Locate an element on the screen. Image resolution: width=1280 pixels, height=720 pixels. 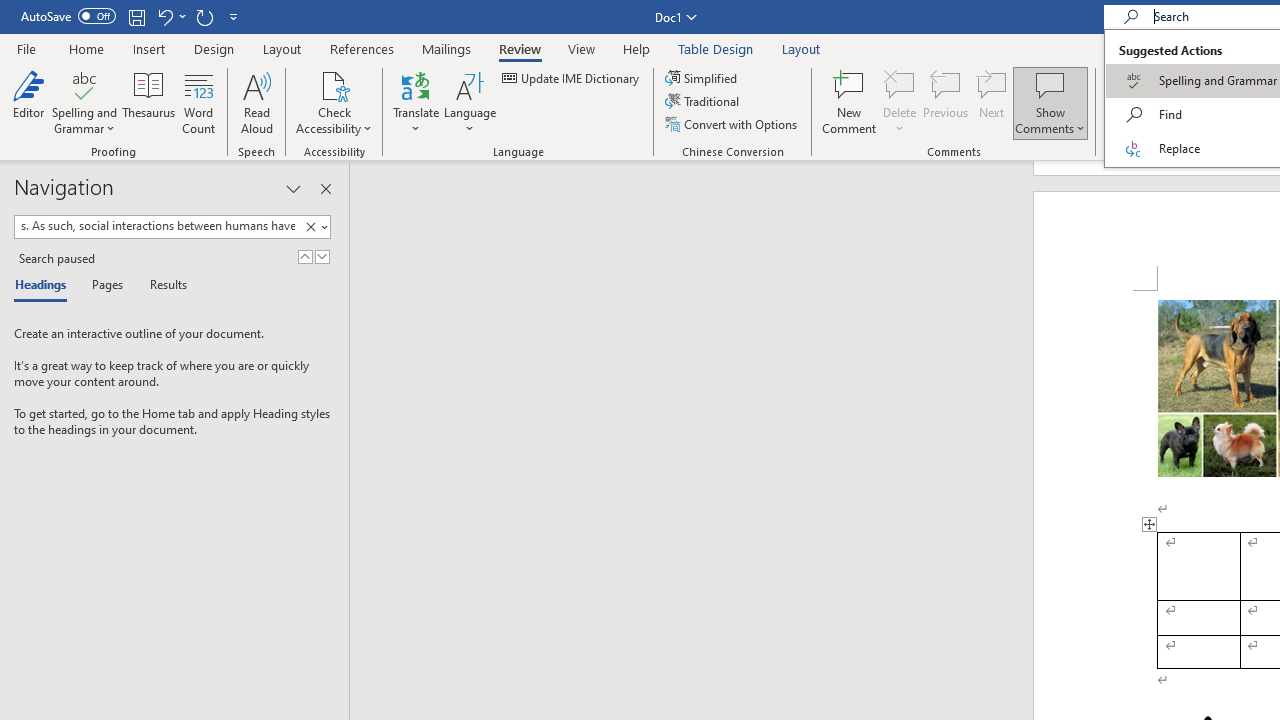
'References' is located at coordinates (362, 48).